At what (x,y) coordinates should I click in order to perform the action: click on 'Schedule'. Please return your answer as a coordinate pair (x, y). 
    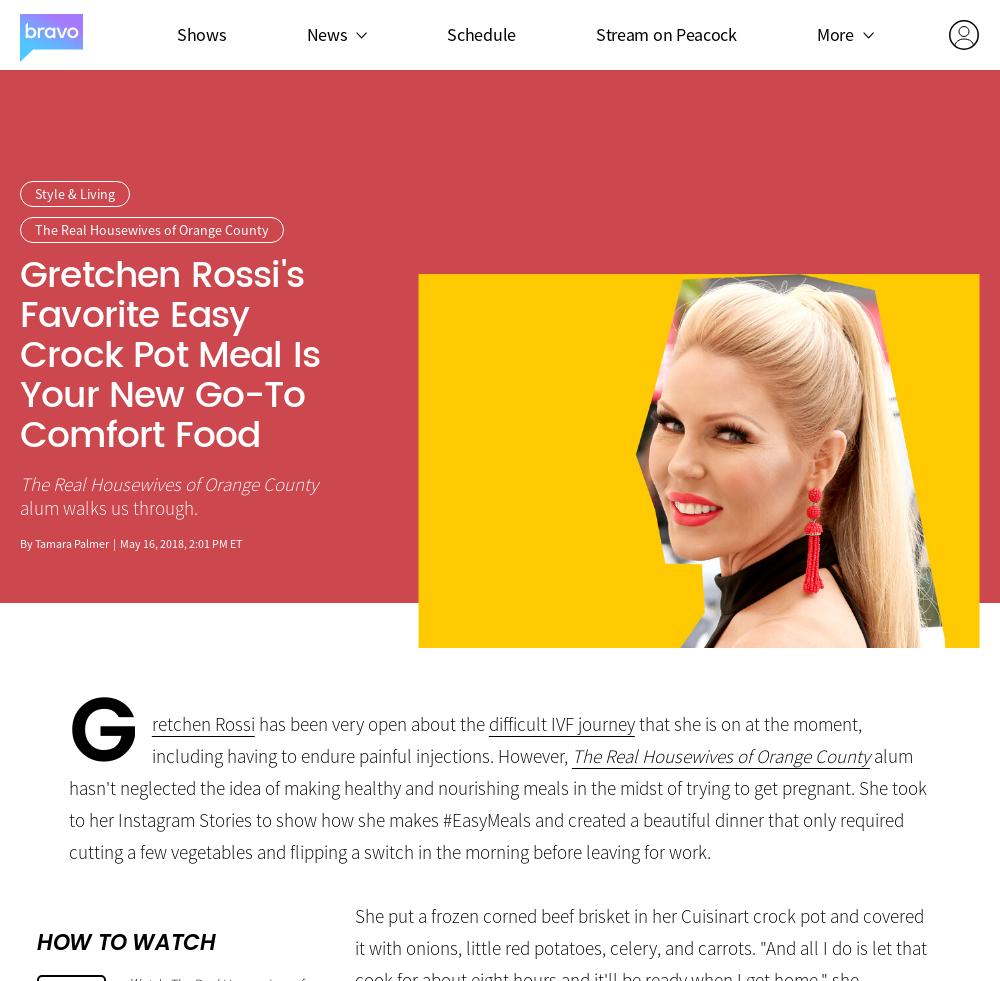
    Looking at the image, I should click on (480, 32).